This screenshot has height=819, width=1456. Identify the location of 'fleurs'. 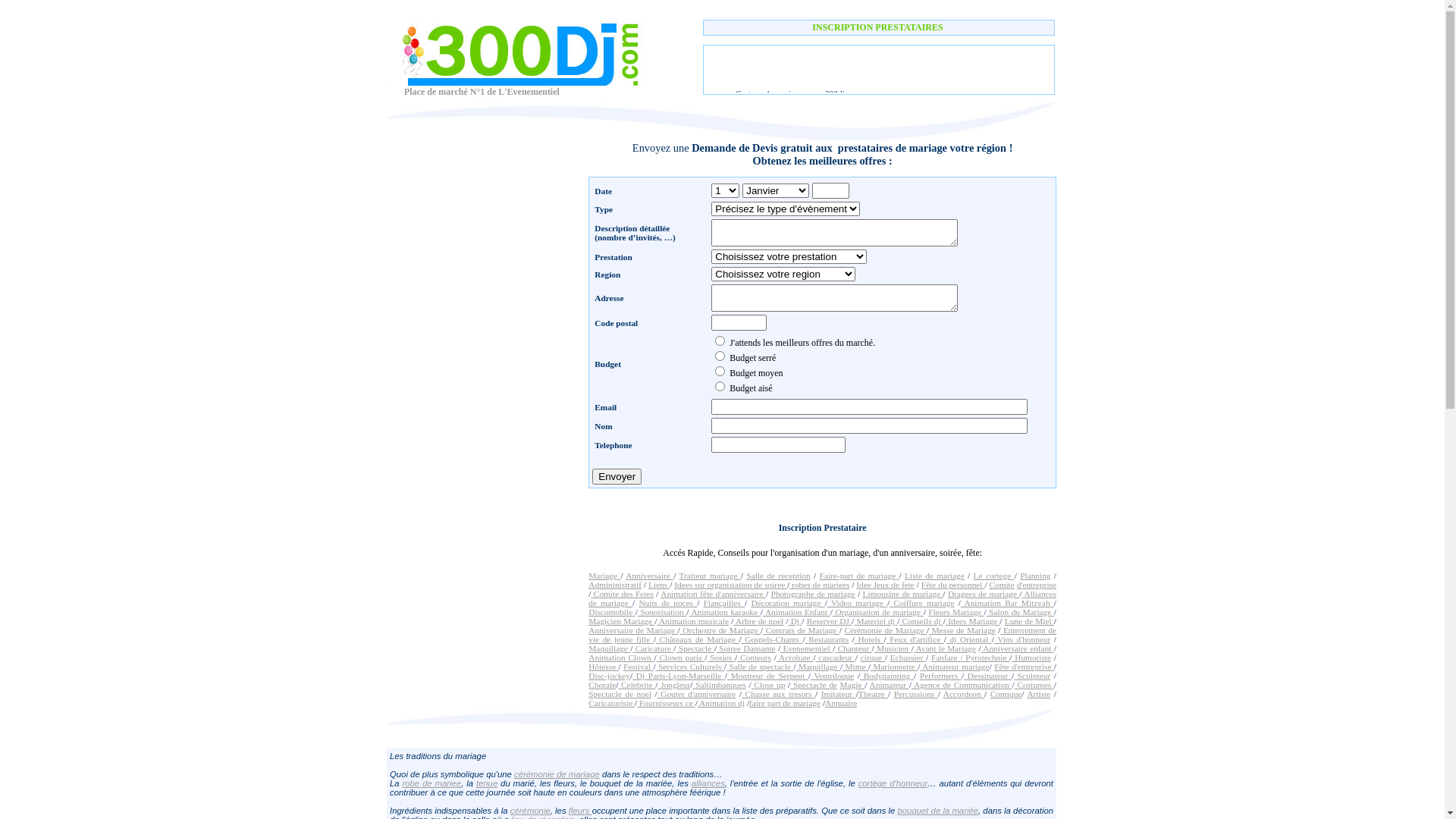
(579, 809).